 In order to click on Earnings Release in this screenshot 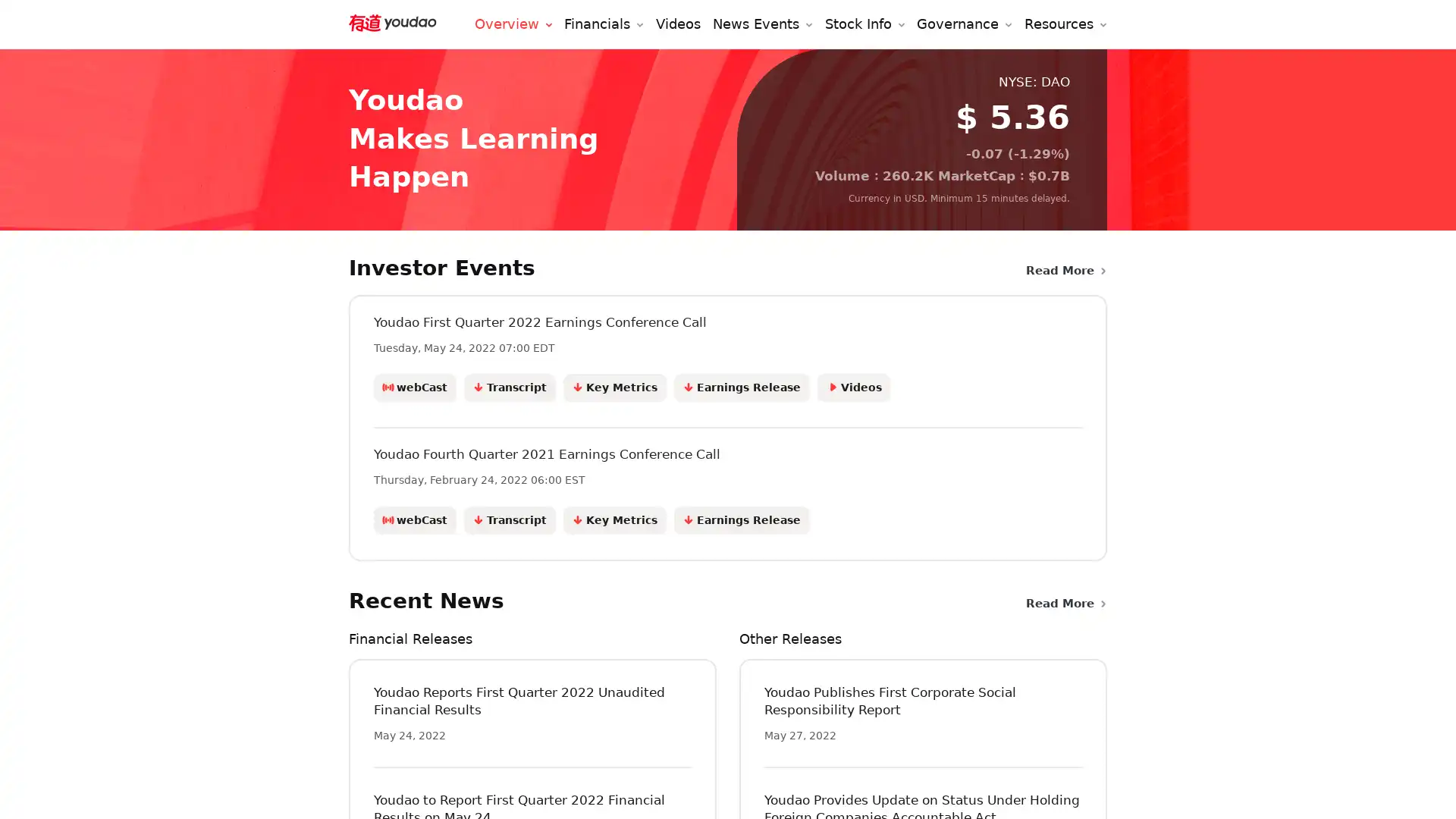, I will do `click(742, 519)`.